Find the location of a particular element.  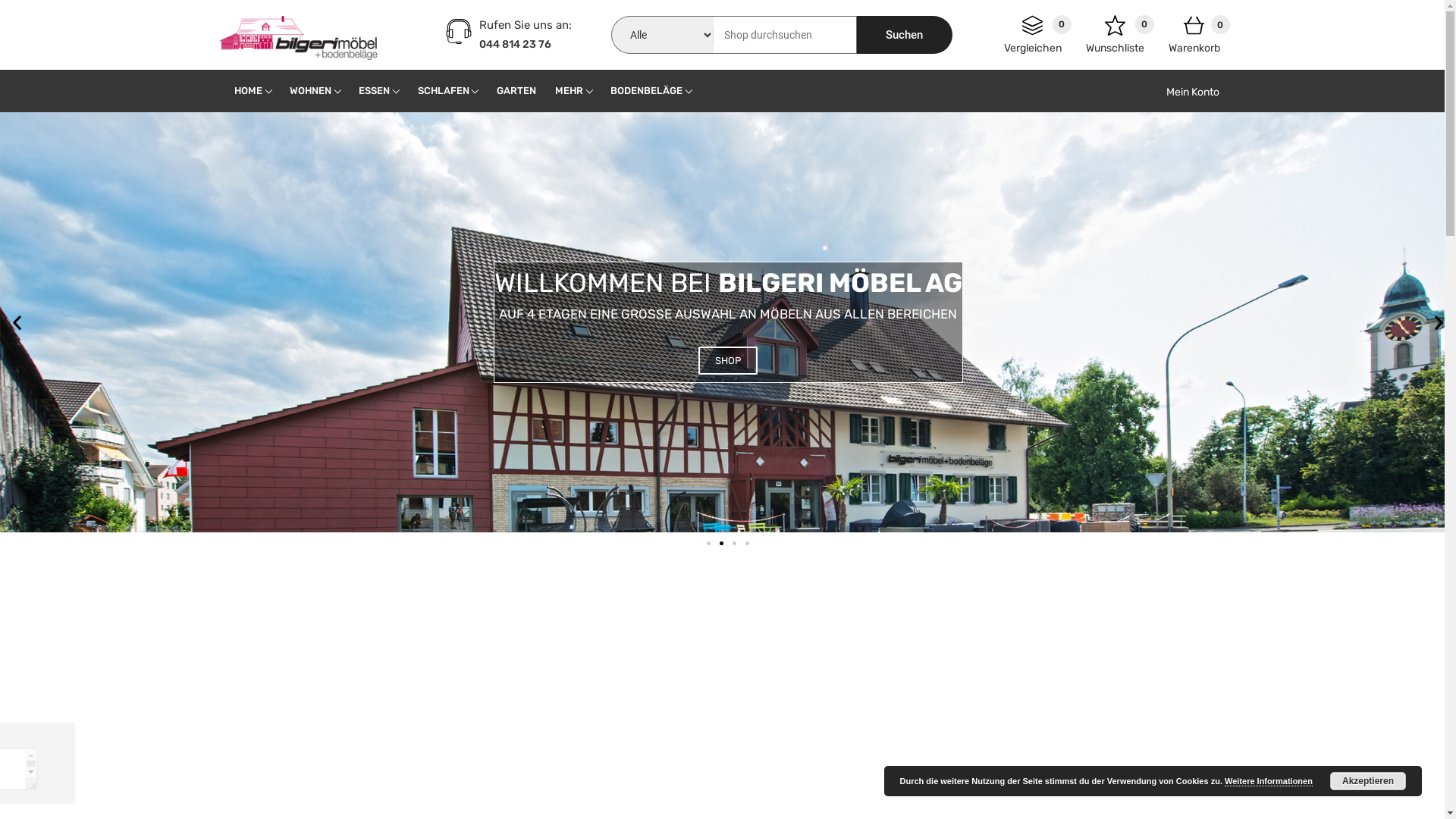

'Suchen' is located at coordinates (905, 34).